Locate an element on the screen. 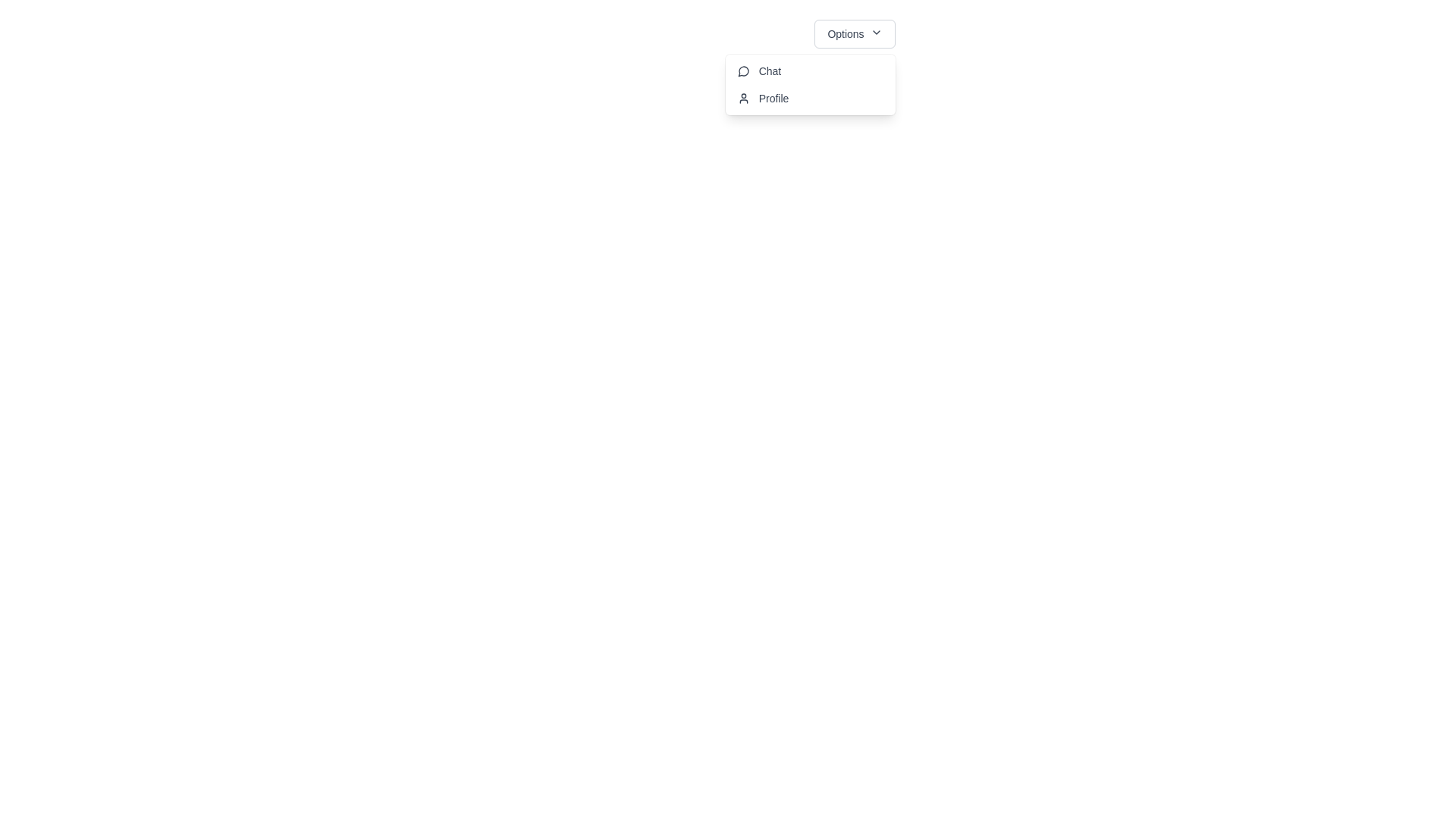 This screenshot has height=819, width=1456. the interactive icon located at the far right of the 'Options' button, which is situated near the top-center of the interface is located at coordinates (876, 32).